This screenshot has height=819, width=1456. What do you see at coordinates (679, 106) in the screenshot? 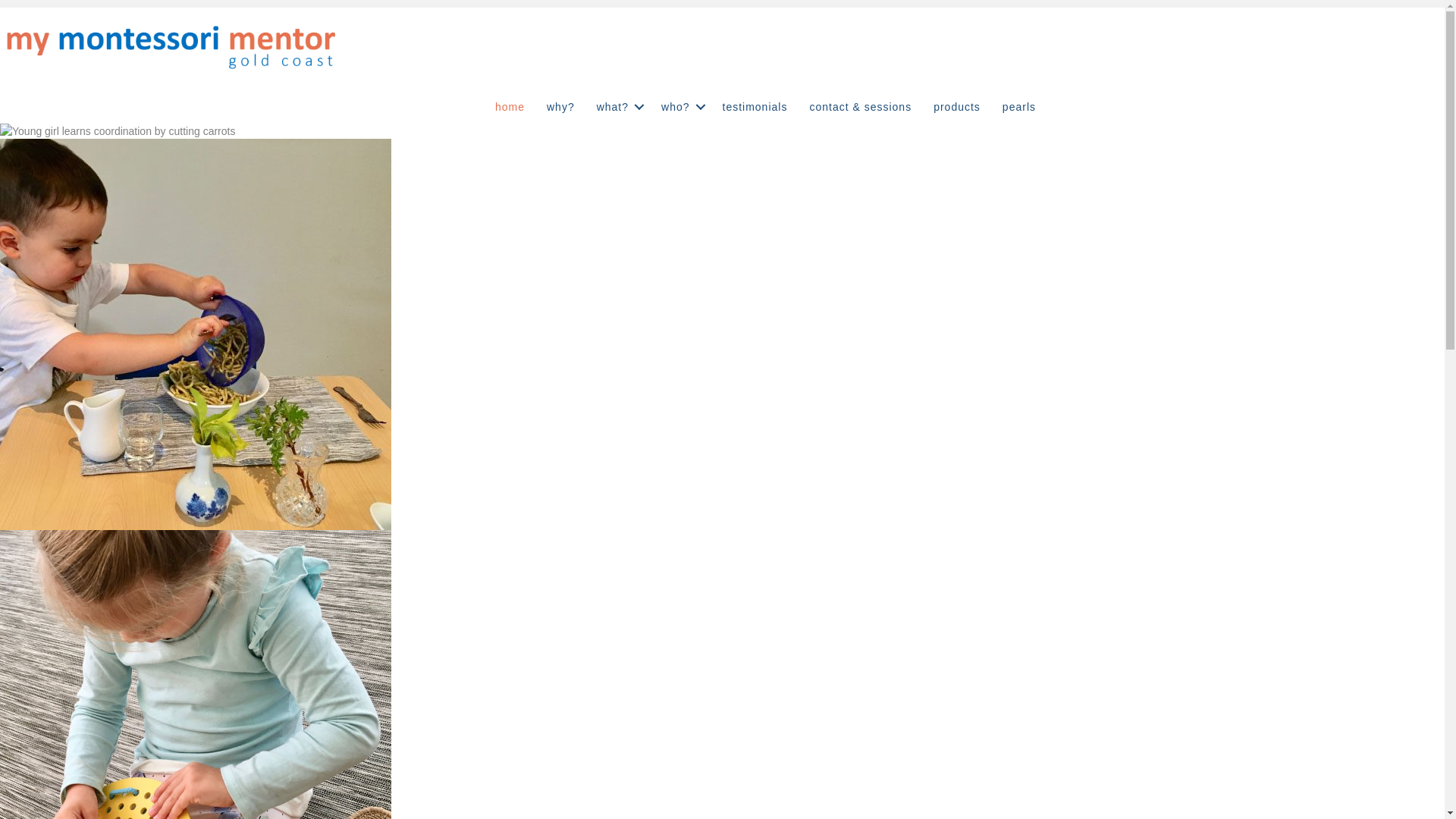
I see `'who?'` at bounding box center [679, 106].